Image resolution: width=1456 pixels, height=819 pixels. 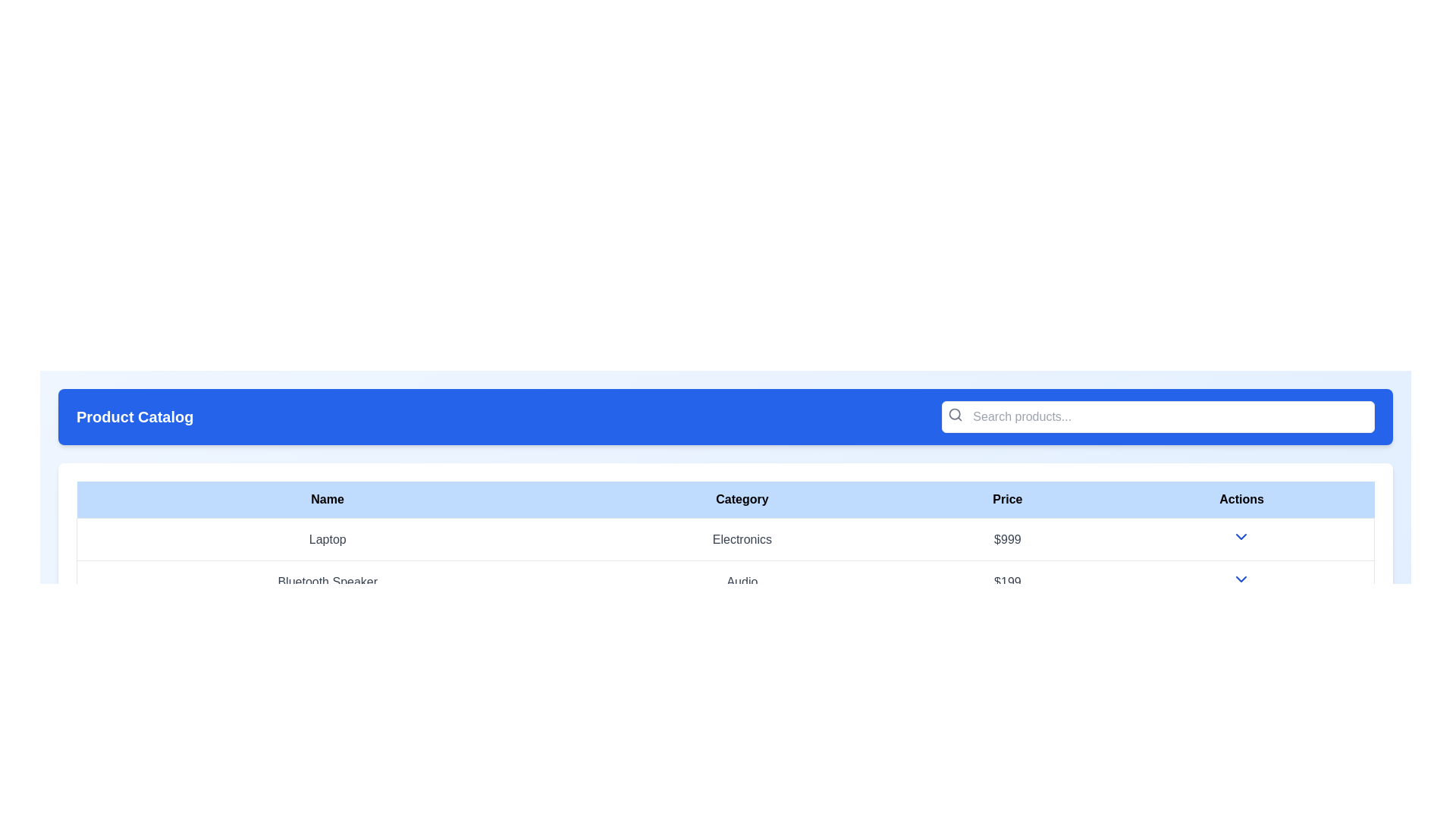 What do you see at coordinates (1007, 538) in the screenshot?
I see `the static text label displaying the price '$999' in the price column of the product table for the 'Laptop' entry` at bounding box center [1007, 538].